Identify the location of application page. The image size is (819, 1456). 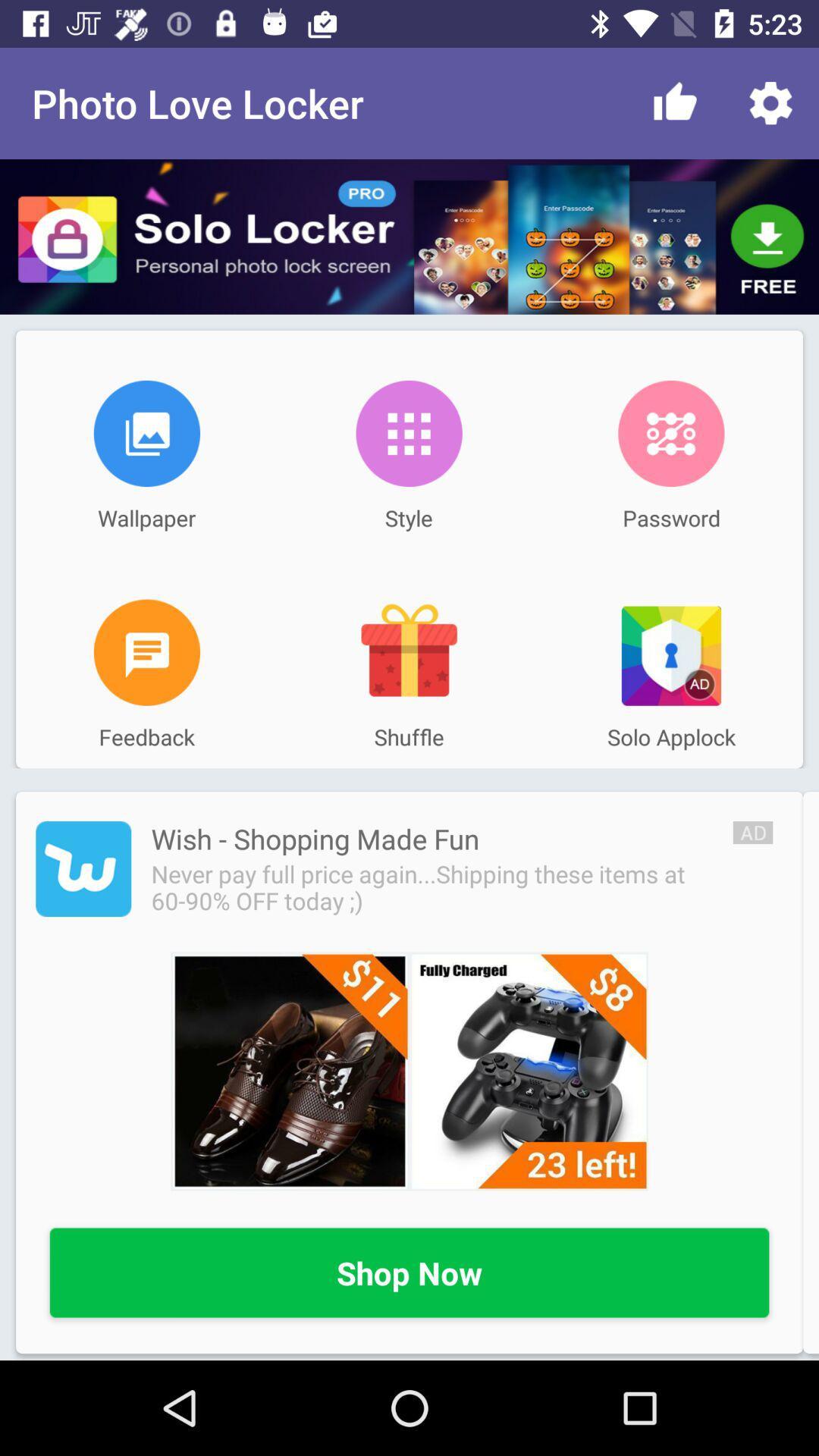
(83, 869).